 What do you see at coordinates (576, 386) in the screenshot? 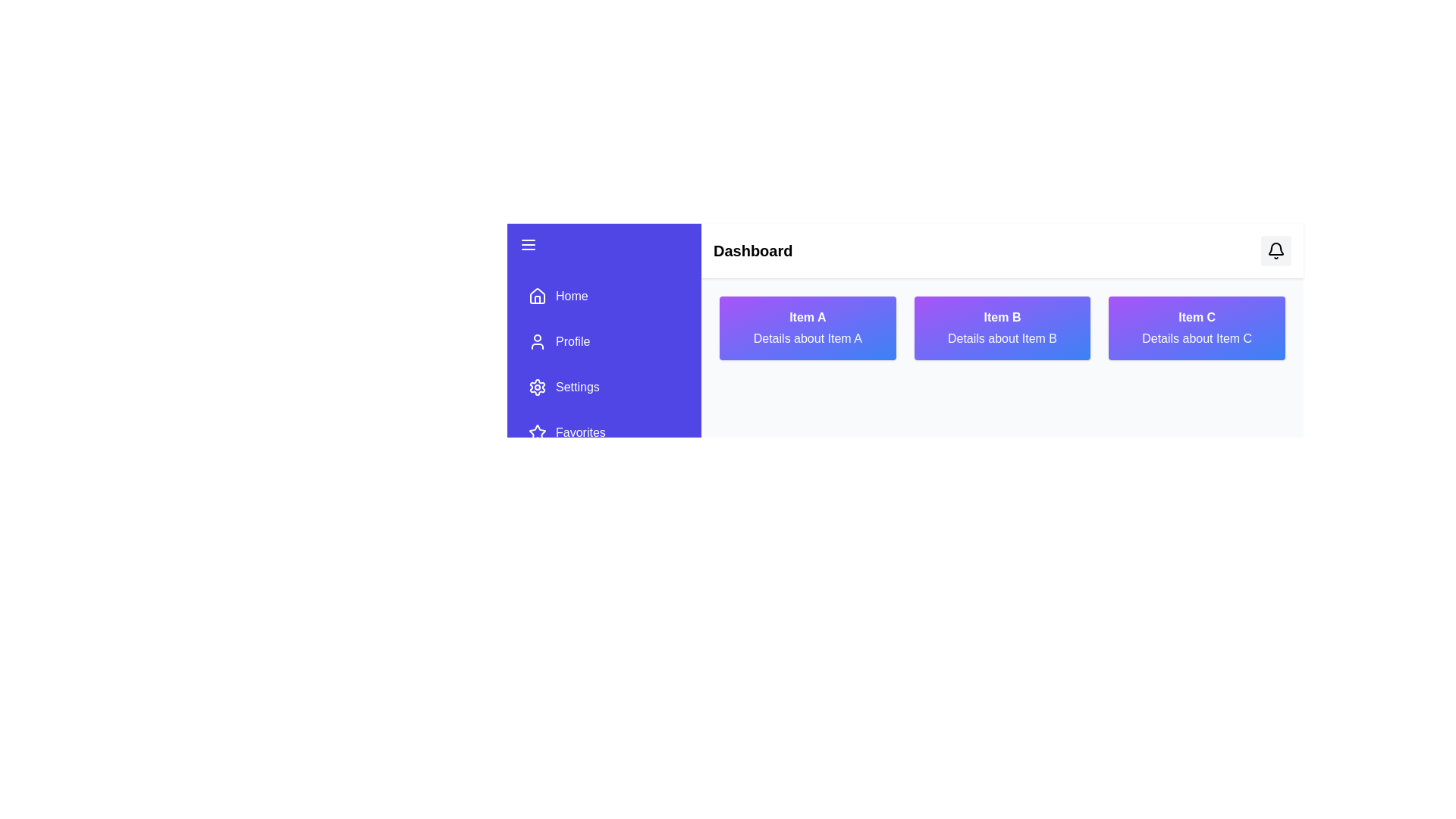
I see `the 'Settings' text label, which is styled in white sans-serif font and positioned on a purple background as the third option in the vertical navigation menu` at bounding box center [576, 386].